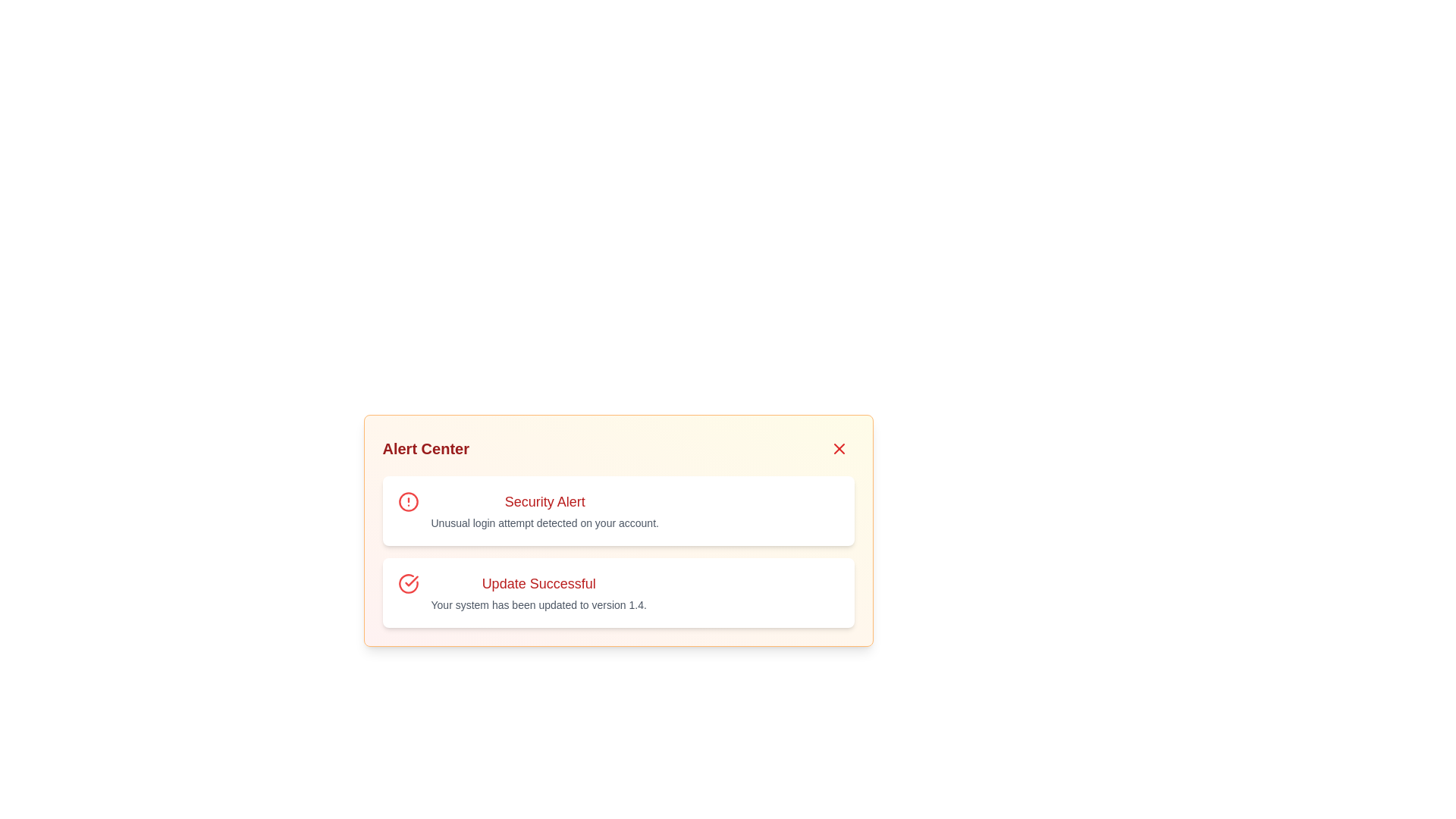 Image resolution: width=1456 pixels, height=819 pixels. What do you see at coordinates (544, 502) in the screenshot?
I see `the Text Label that serves as the title or headline for the notification, located in the top section of the first notification card under the 'Alert Center' panel` at bounding box center [544, 502].